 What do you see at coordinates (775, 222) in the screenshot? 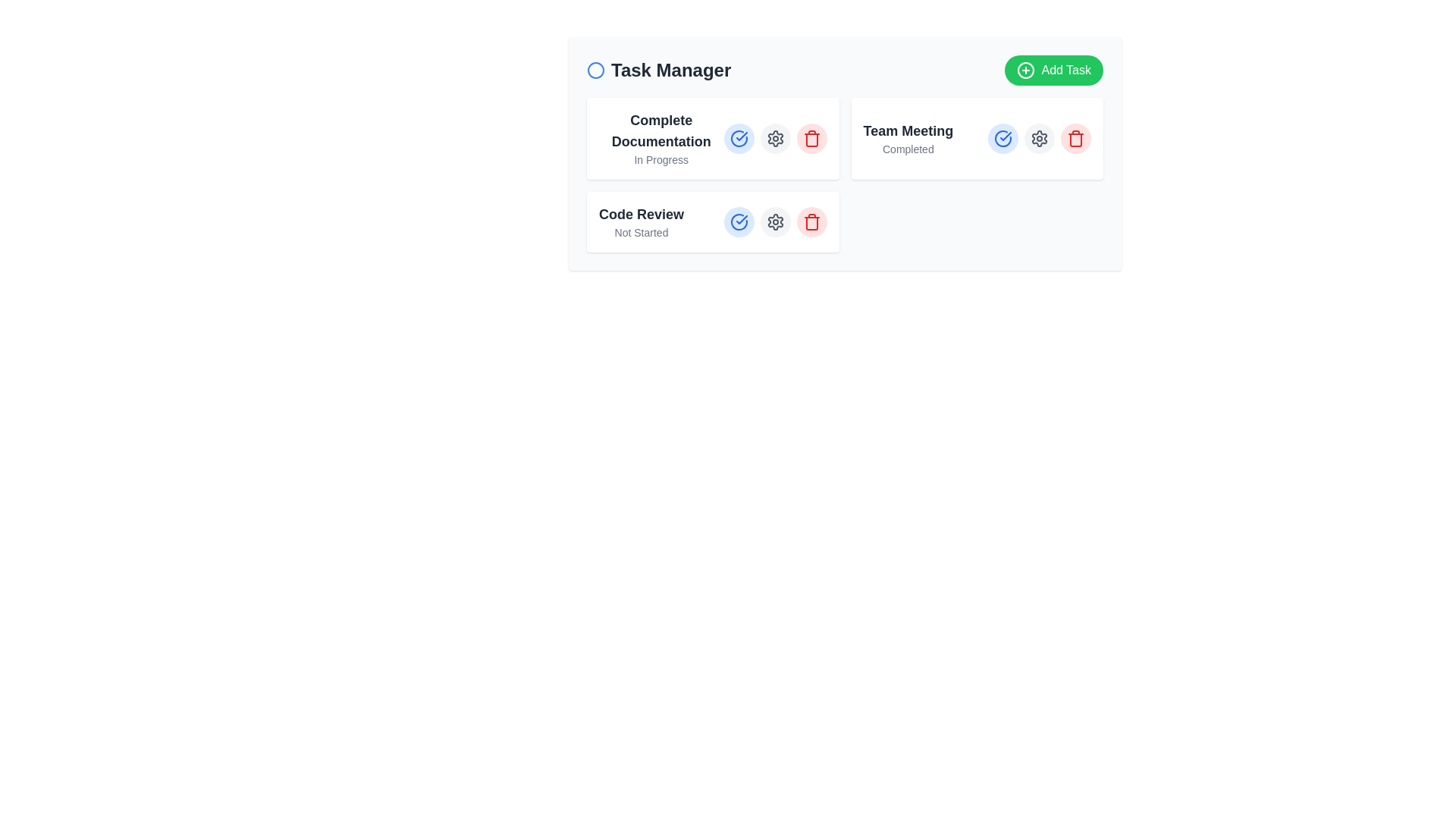
I see `the gear icon representing settings, located under the task section titled 'Complete Documentation'` at bounding box center [775, 222].